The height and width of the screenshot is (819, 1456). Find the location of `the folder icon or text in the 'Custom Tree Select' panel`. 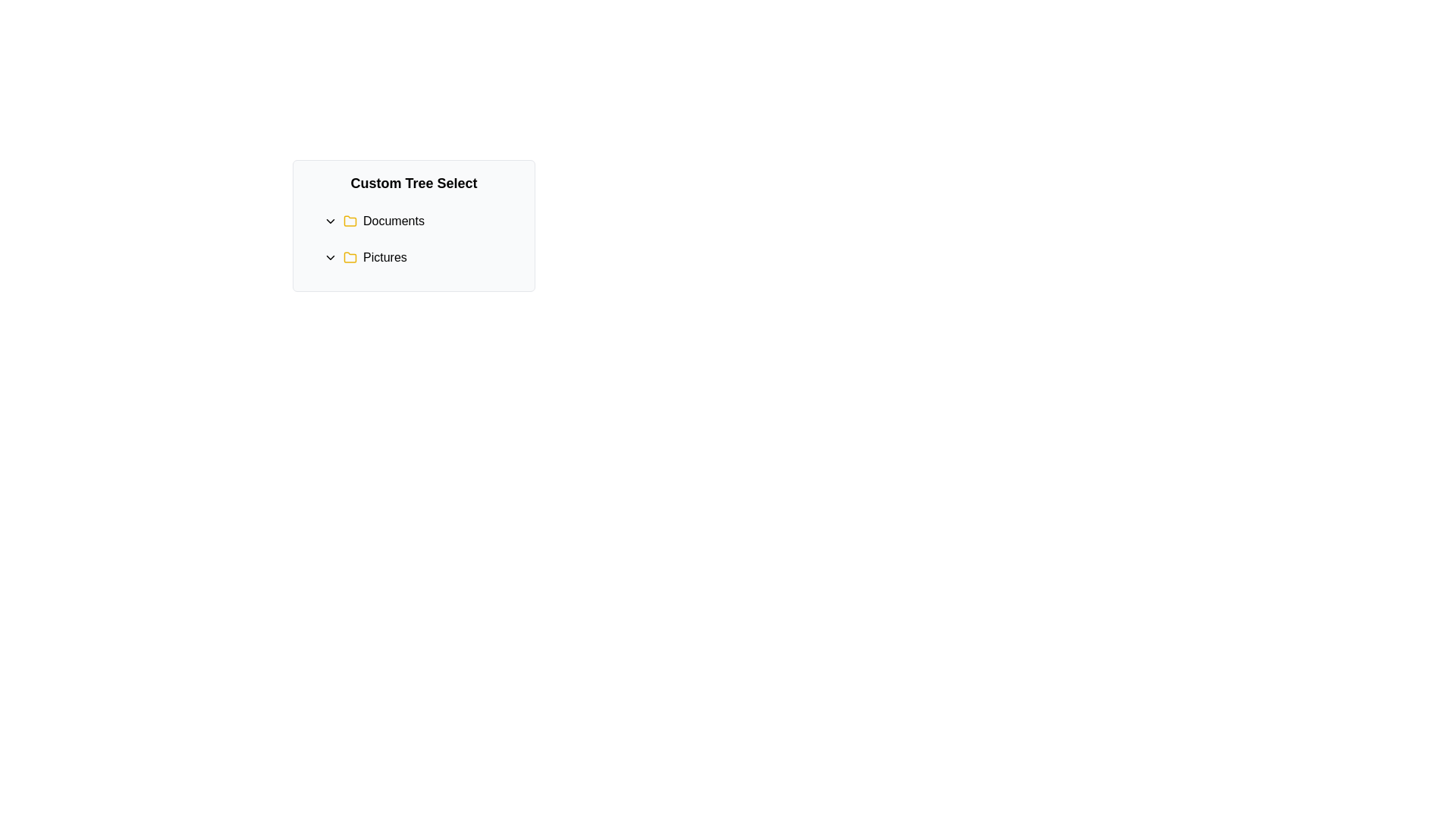

the folder icon or text in the 'Custom Tree Select' panel is located at coordinates (414, 225).